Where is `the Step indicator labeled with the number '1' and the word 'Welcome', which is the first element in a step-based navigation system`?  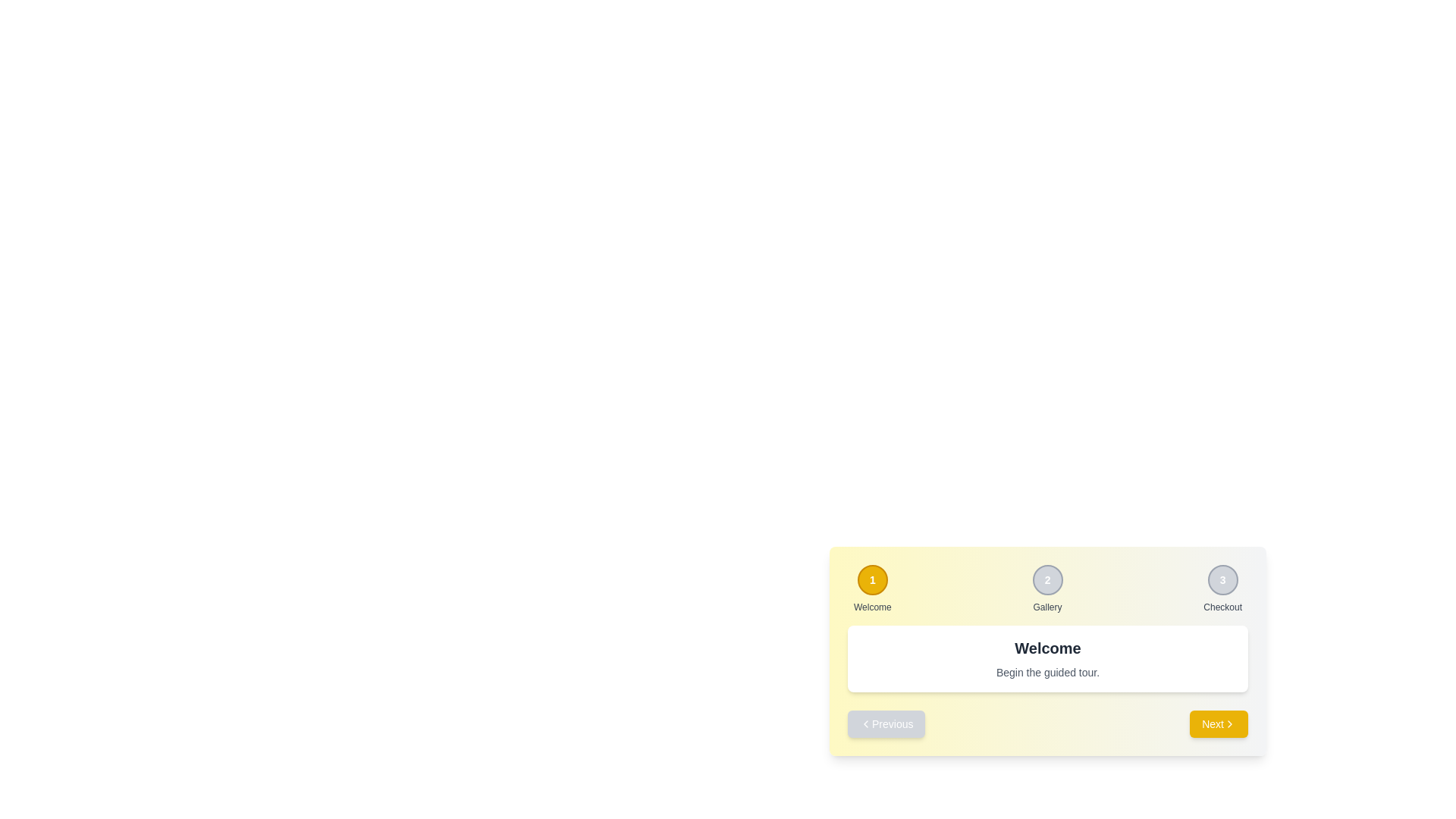
the Step indicator labeled with the number '1' and the word 'Welcome', which is the first element in a step-based navigation system is located at coordinates (872, 588).